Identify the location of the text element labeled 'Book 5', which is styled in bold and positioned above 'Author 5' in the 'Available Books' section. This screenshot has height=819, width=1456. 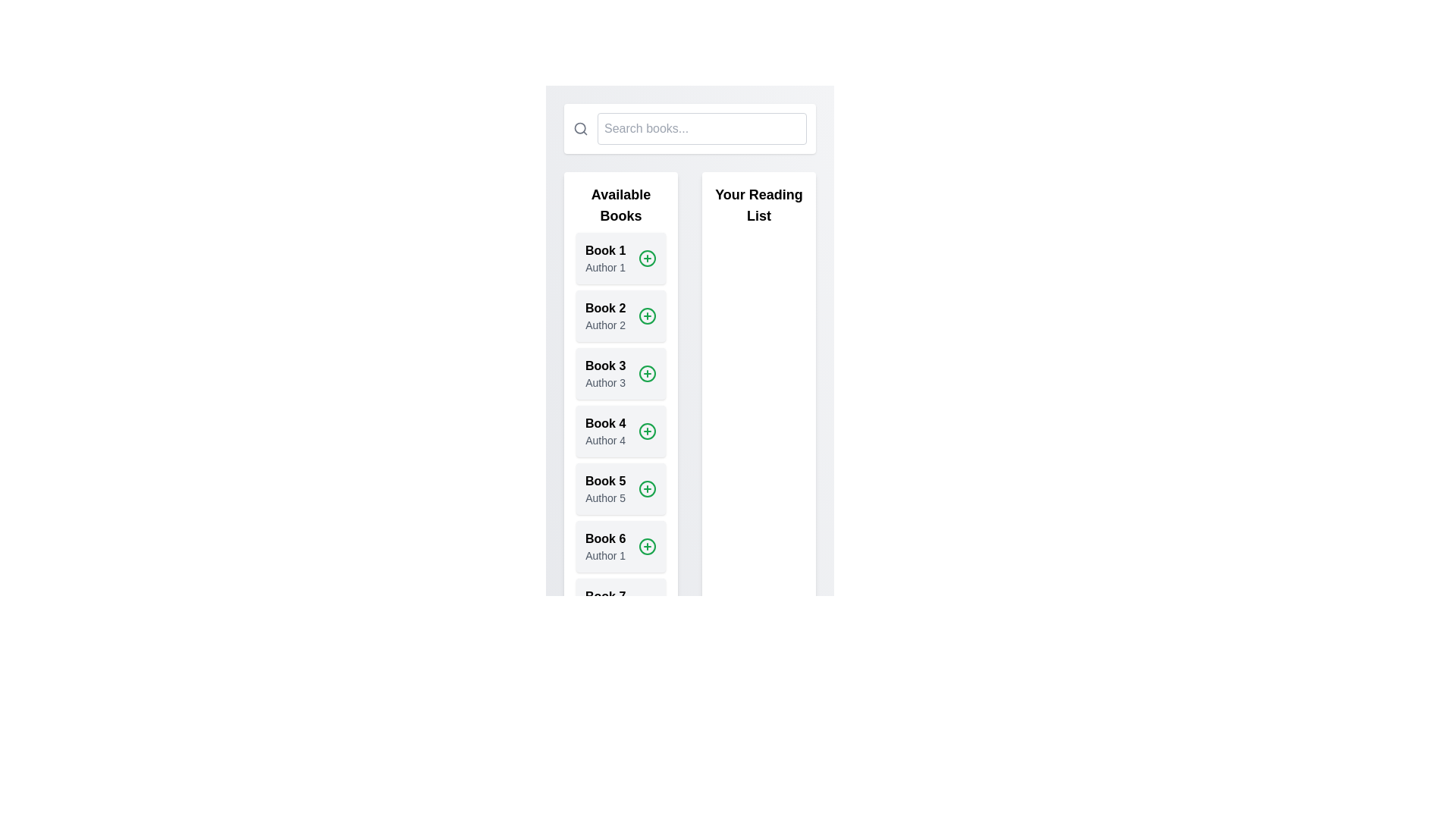
(604, 482).